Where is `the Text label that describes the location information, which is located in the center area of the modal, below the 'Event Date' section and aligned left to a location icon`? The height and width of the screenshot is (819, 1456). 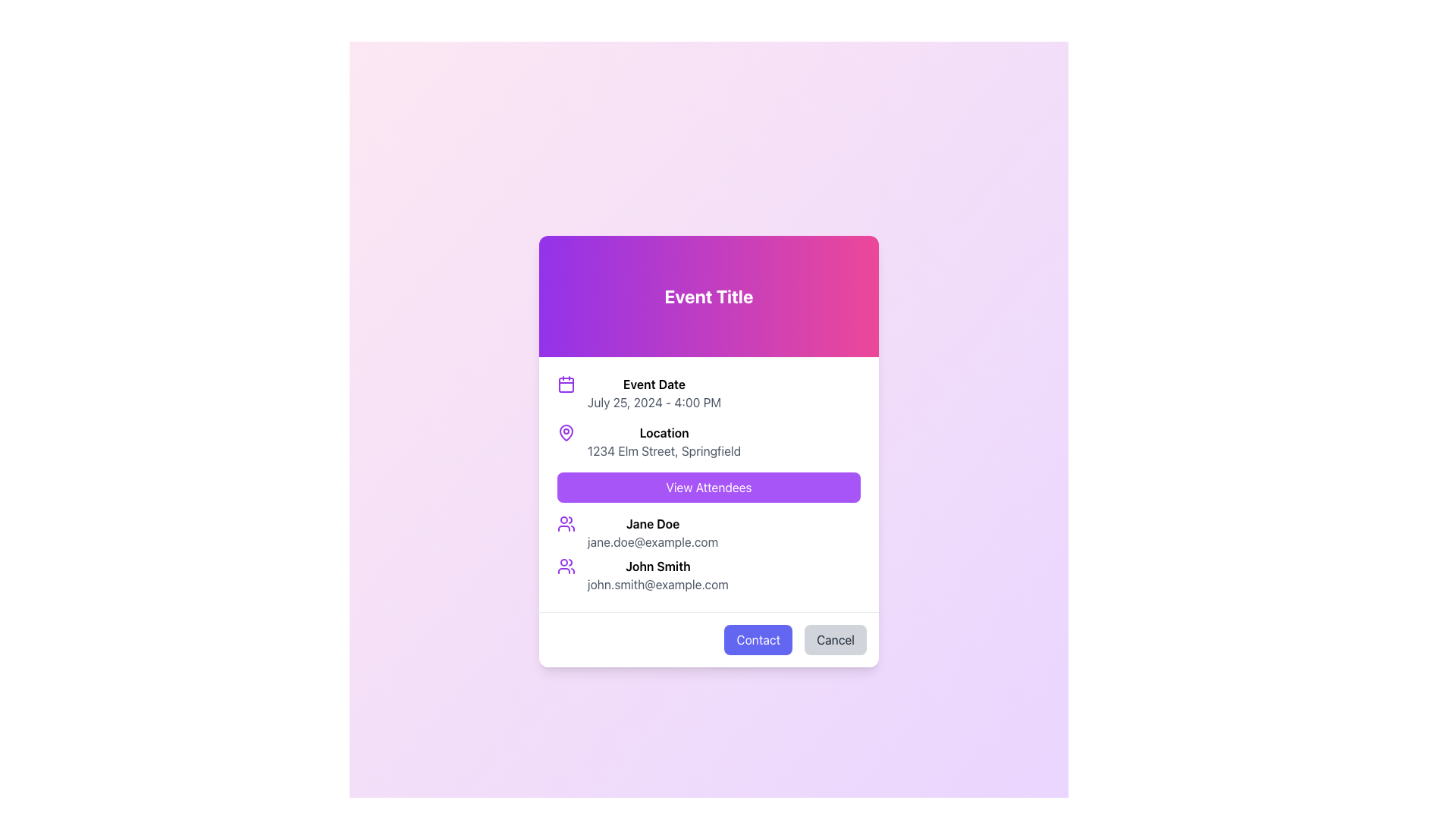
the Text label that describes the location information, which is located in the center area of the modal, below the 'Event Date' section and aligned left to a location icon is located at coordinates (664, 432).